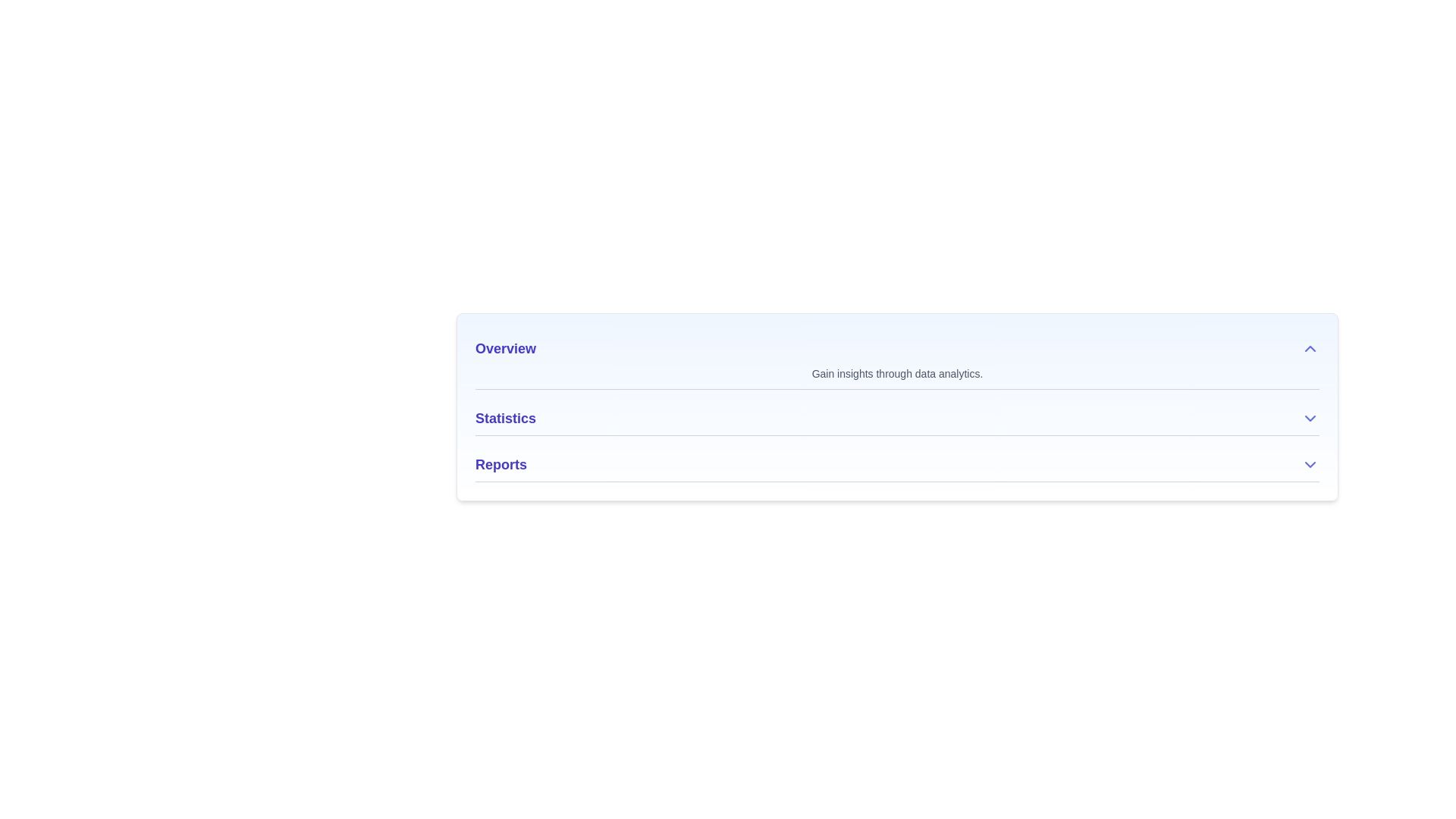  Describe the element at coordinates (1310, 418) in the screenshot. I see `the small indigo downward-pointing chevron icon located at the far right end of the 'Statistics' row` at that location.